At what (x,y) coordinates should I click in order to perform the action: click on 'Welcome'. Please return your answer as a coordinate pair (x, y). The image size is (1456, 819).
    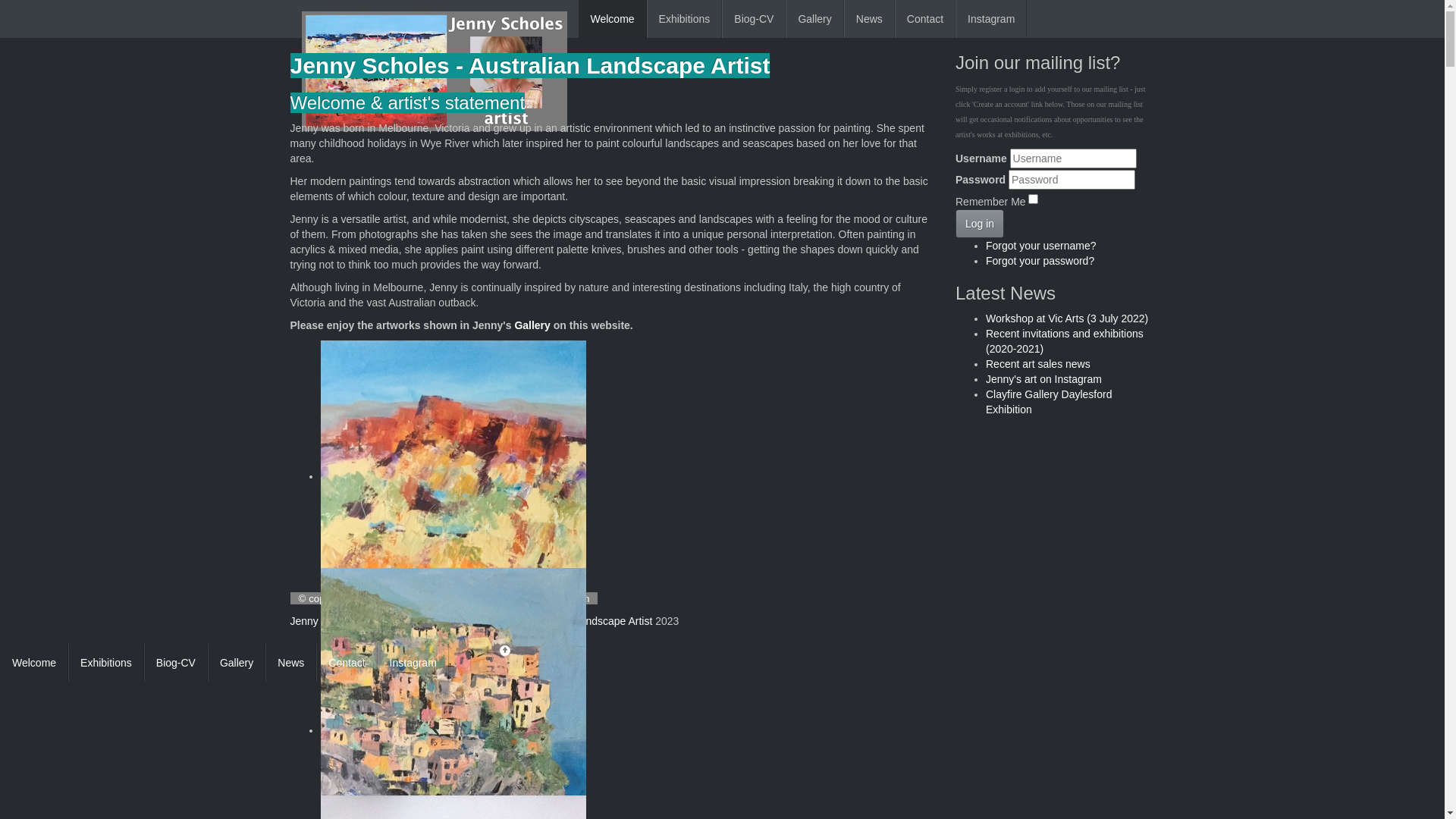
    Looking at the image, I should click on (577, 18).